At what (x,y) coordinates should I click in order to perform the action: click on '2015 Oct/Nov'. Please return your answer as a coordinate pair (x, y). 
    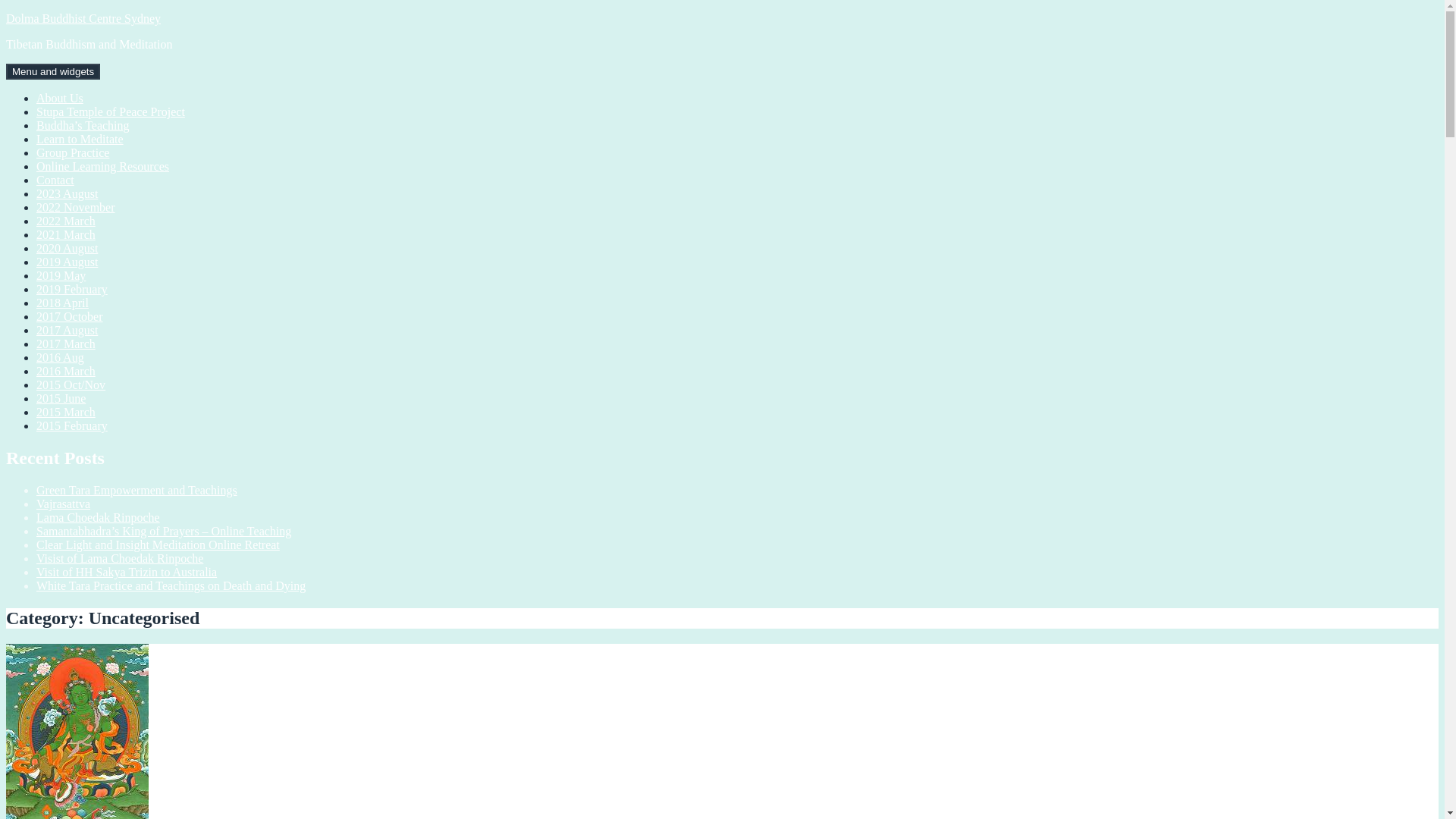
    Looking at the image, I should click on (70, 384).